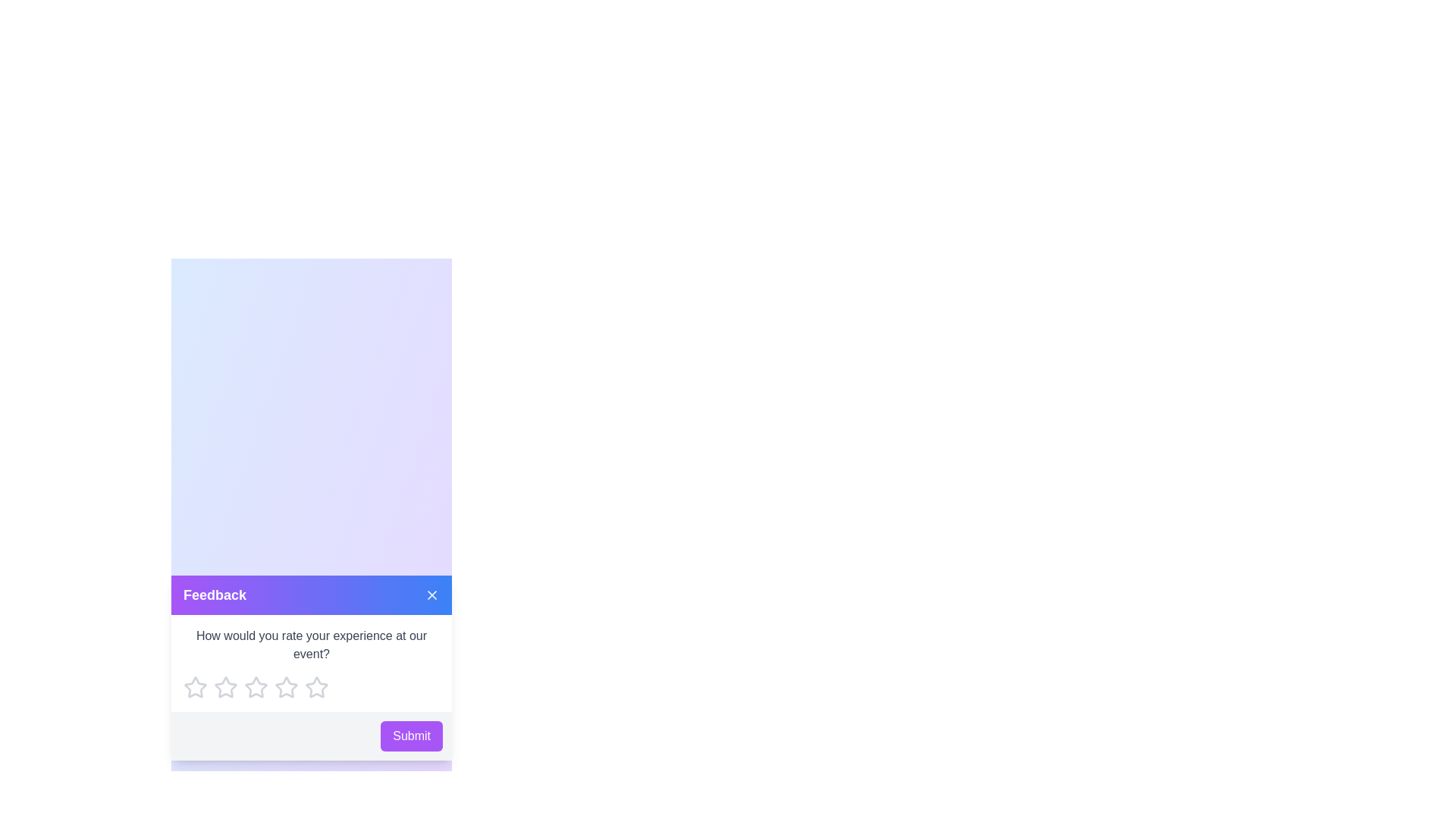 Image resolution: width=1456 pixels, height=819 pixels. What do you see at coordinates (431, 595) in the screenshot?
I see `the small graphical 'X' icon in the top-right corner of the blue header section labeled 'Feedback'` at bounding box center [431, 595].